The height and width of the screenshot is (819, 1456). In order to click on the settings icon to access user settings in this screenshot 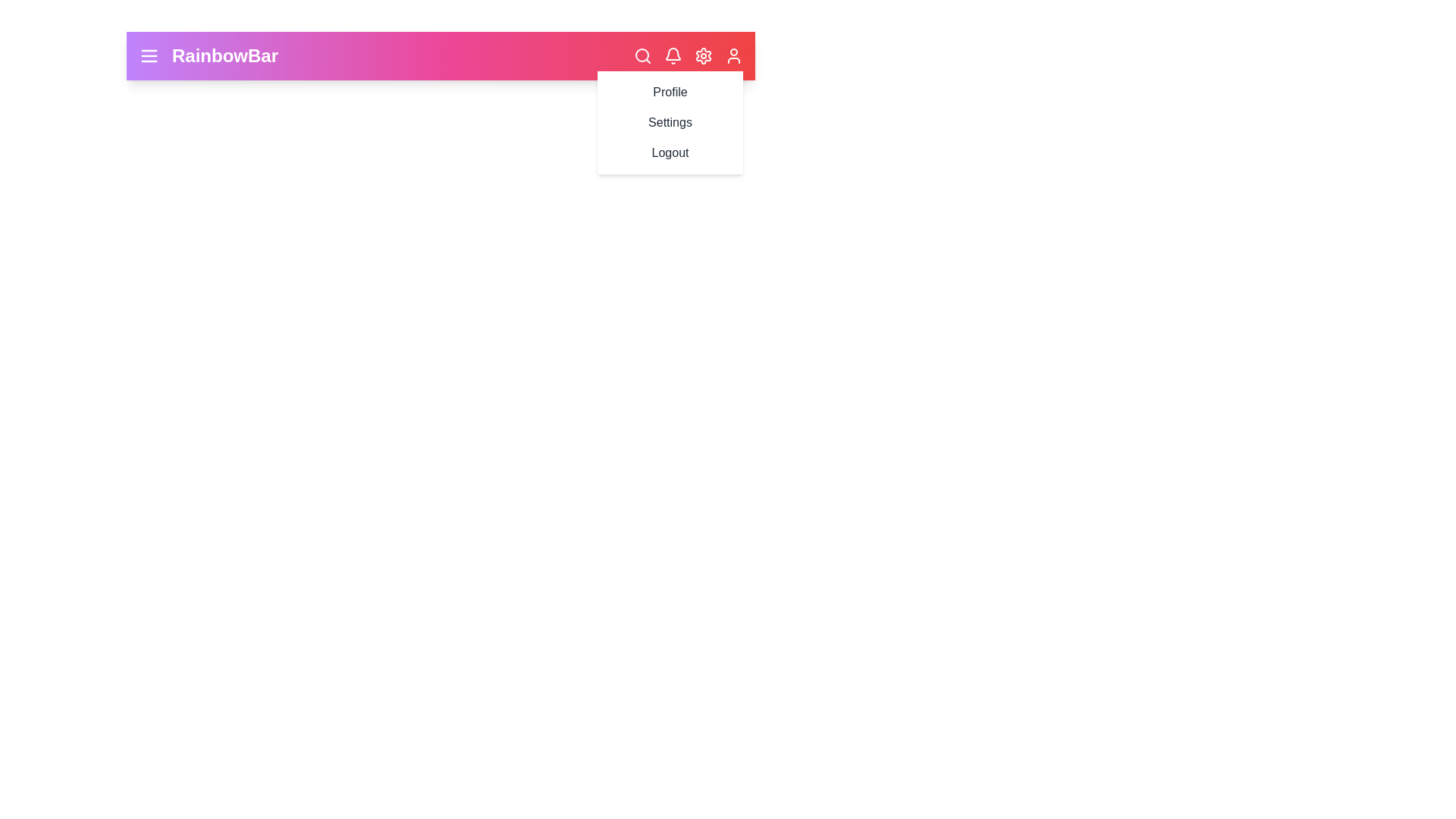, I will do `click(702, 55)`.